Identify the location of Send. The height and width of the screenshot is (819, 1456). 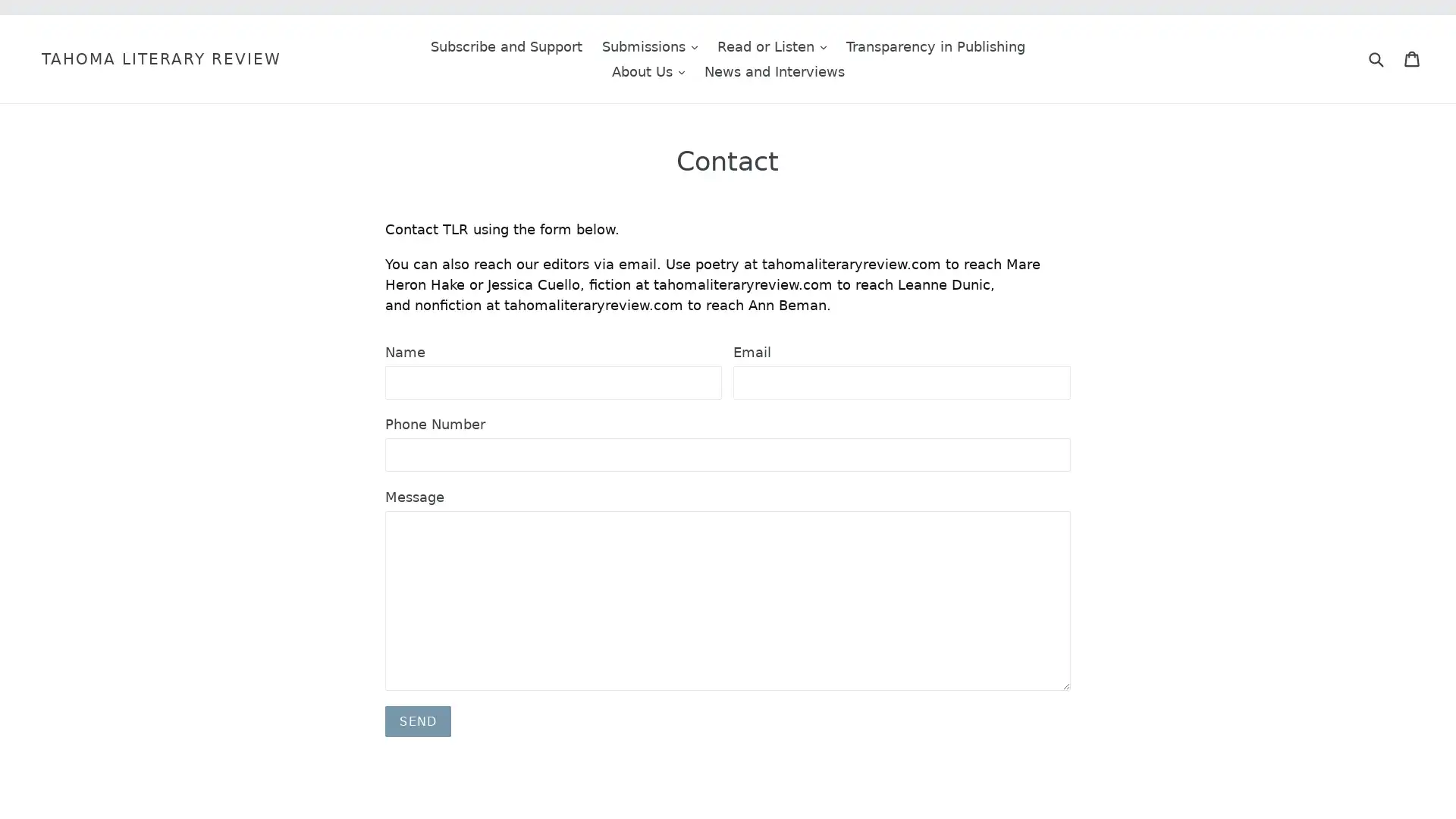
(418, 720).